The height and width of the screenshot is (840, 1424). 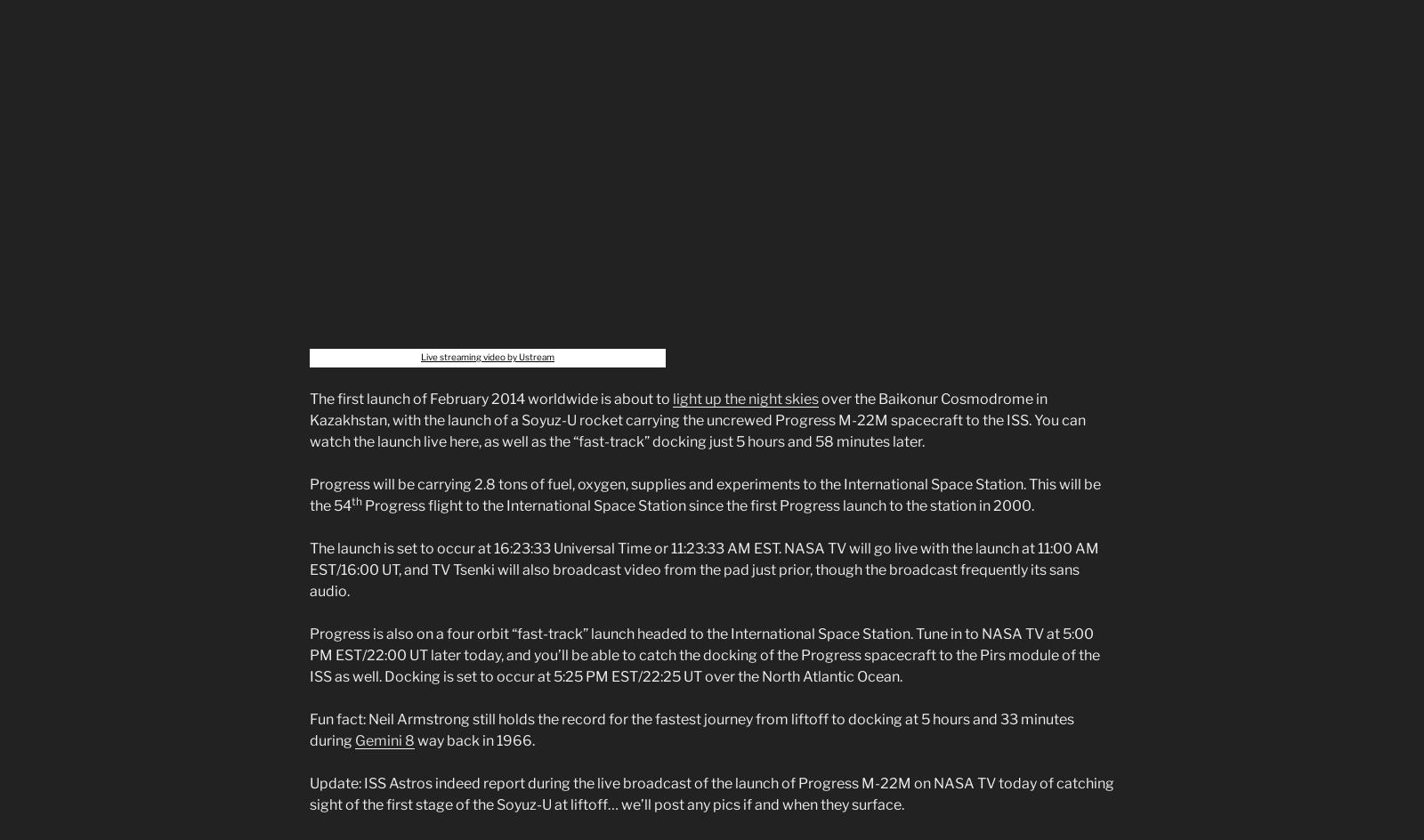 I want to click on 'Progress is also on a four orbit “fast-track” launch headed to the International Space Station. Tune in to NASA TV at 5:00 PM EST/22:00 UT later today, and you’ll be able to catch the docking of the Progress spacecraft to the Pirs module of the ISS as well. Docking is set to occur at 5:25 PM EST/22:25 UT over the North Atlantic Ocean.', so click(x=705, y=654).